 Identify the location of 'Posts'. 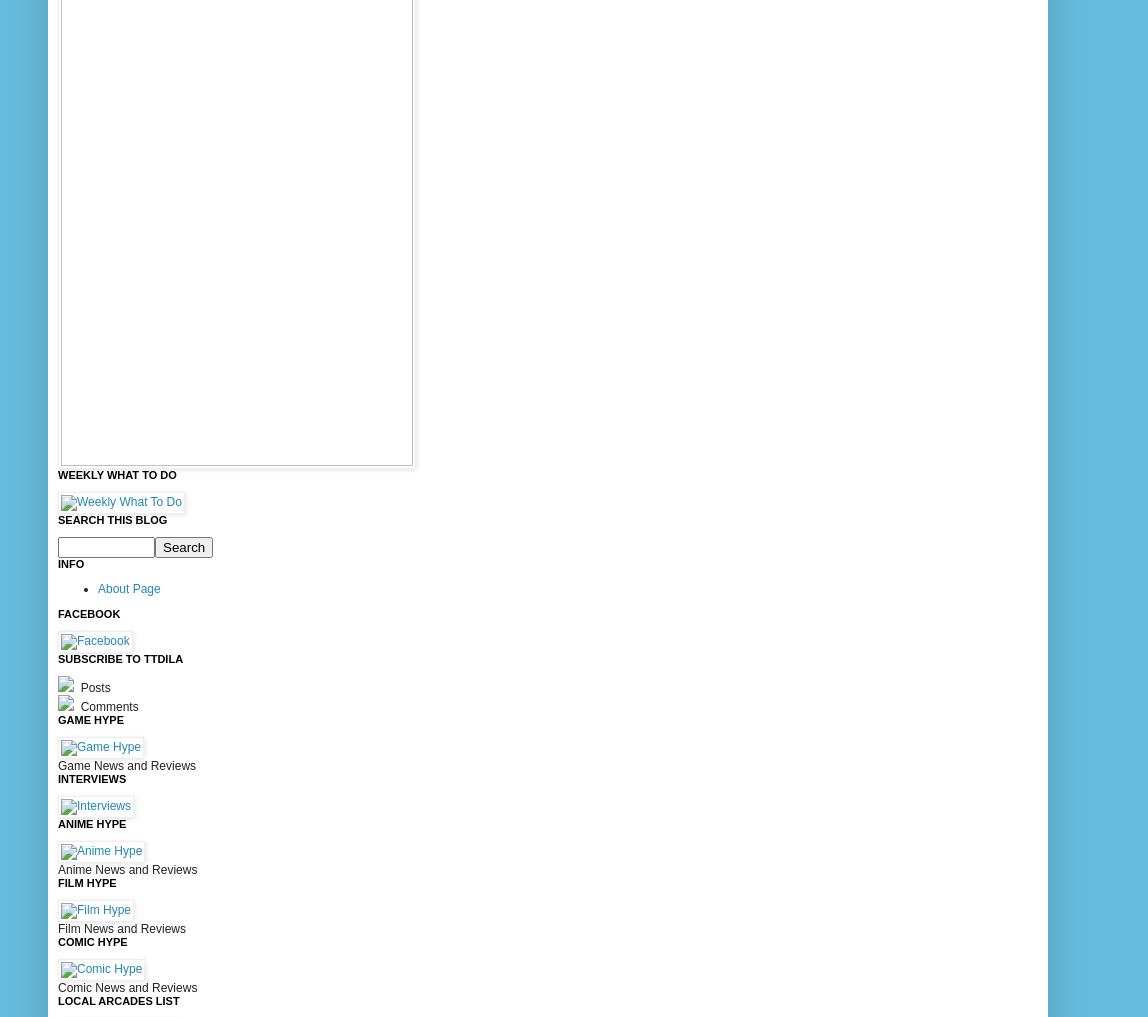
(93, 685).